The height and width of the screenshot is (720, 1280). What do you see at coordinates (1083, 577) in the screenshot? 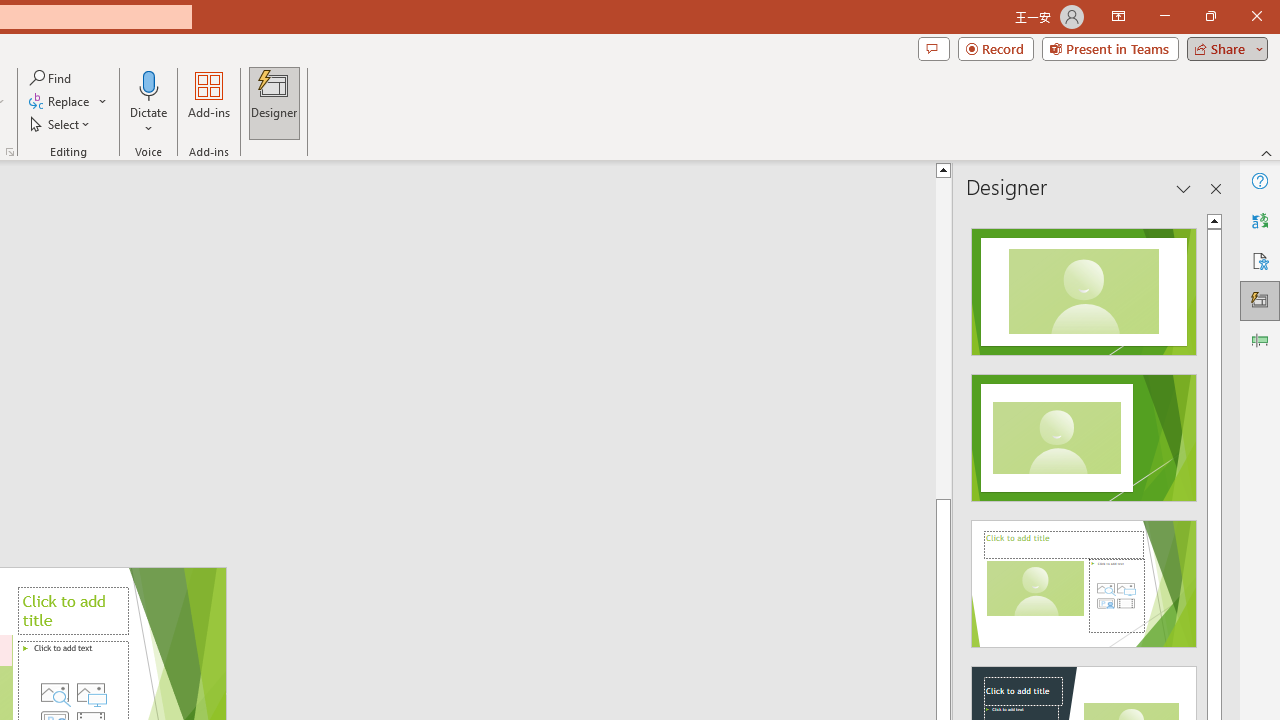
I see `'Design Idea'` at bounding box center [1083, 577].